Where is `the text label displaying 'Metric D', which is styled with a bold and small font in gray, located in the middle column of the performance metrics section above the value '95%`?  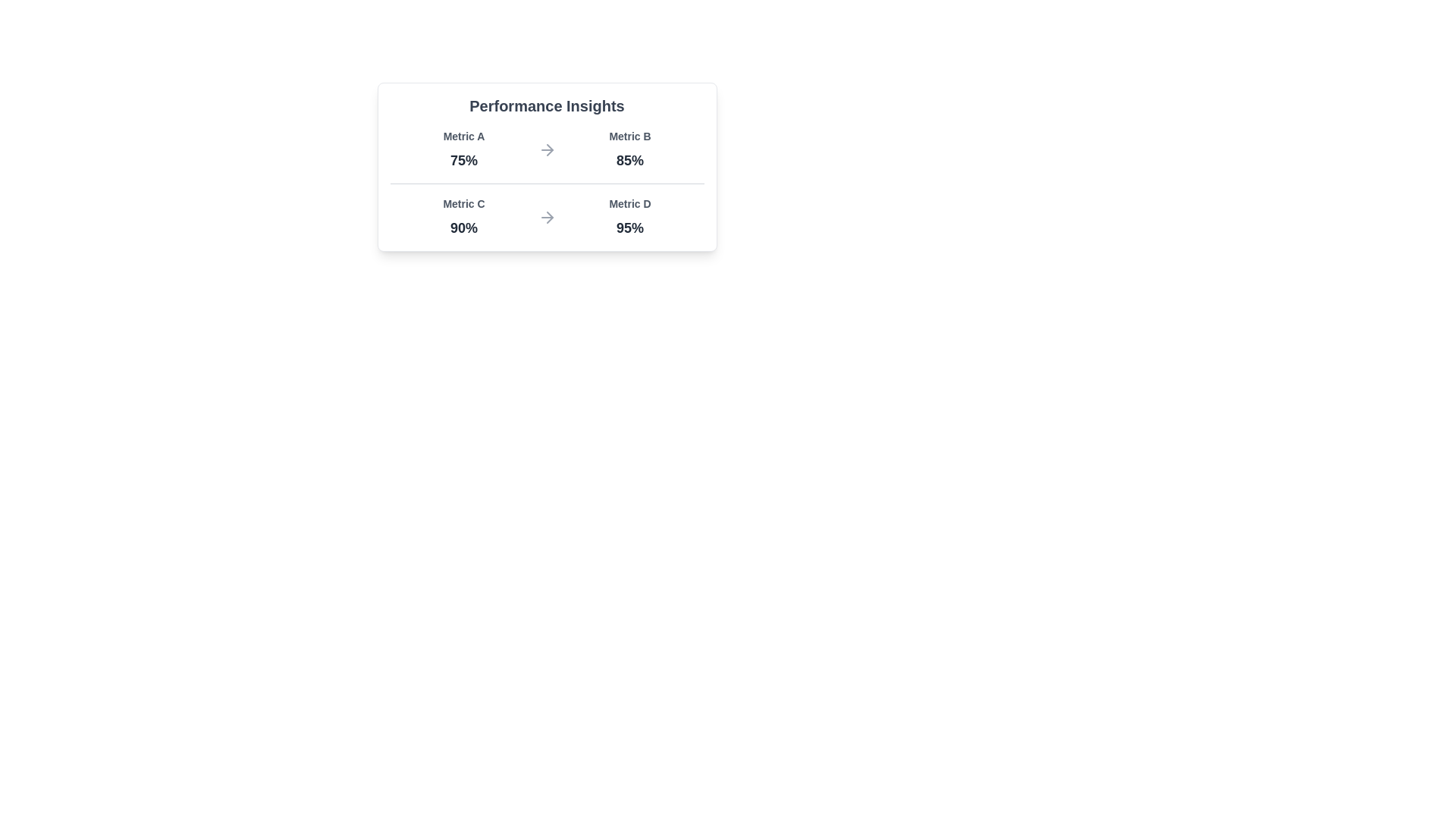
the text label displaying 'Metric D', which is styled with a bold and small font in gray, located in the middle column of the performance metrics section above the value '95% is located at coordinates (629, 203).